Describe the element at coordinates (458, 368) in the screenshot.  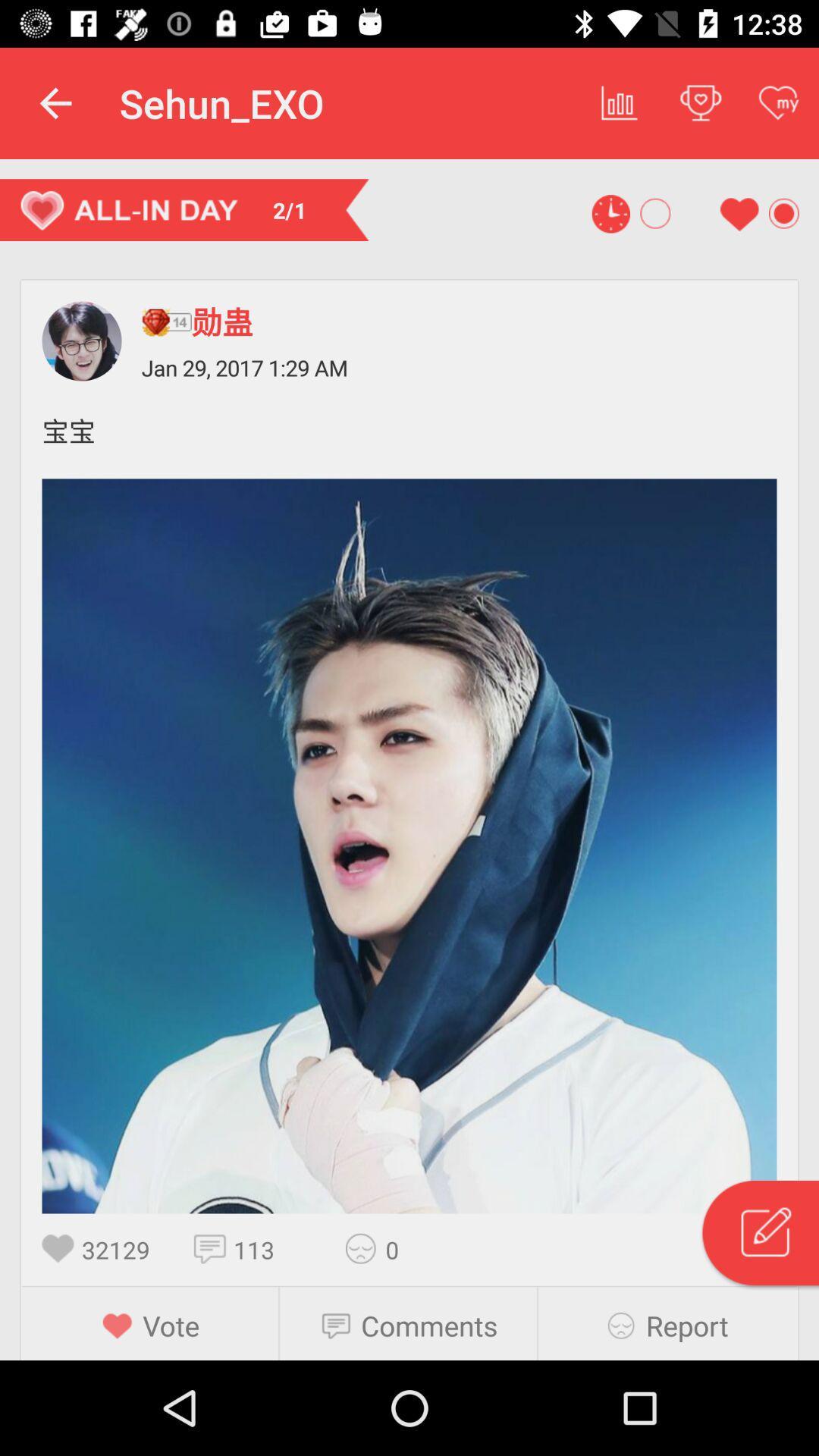
I see `jan 29 2017 icon` at that location.